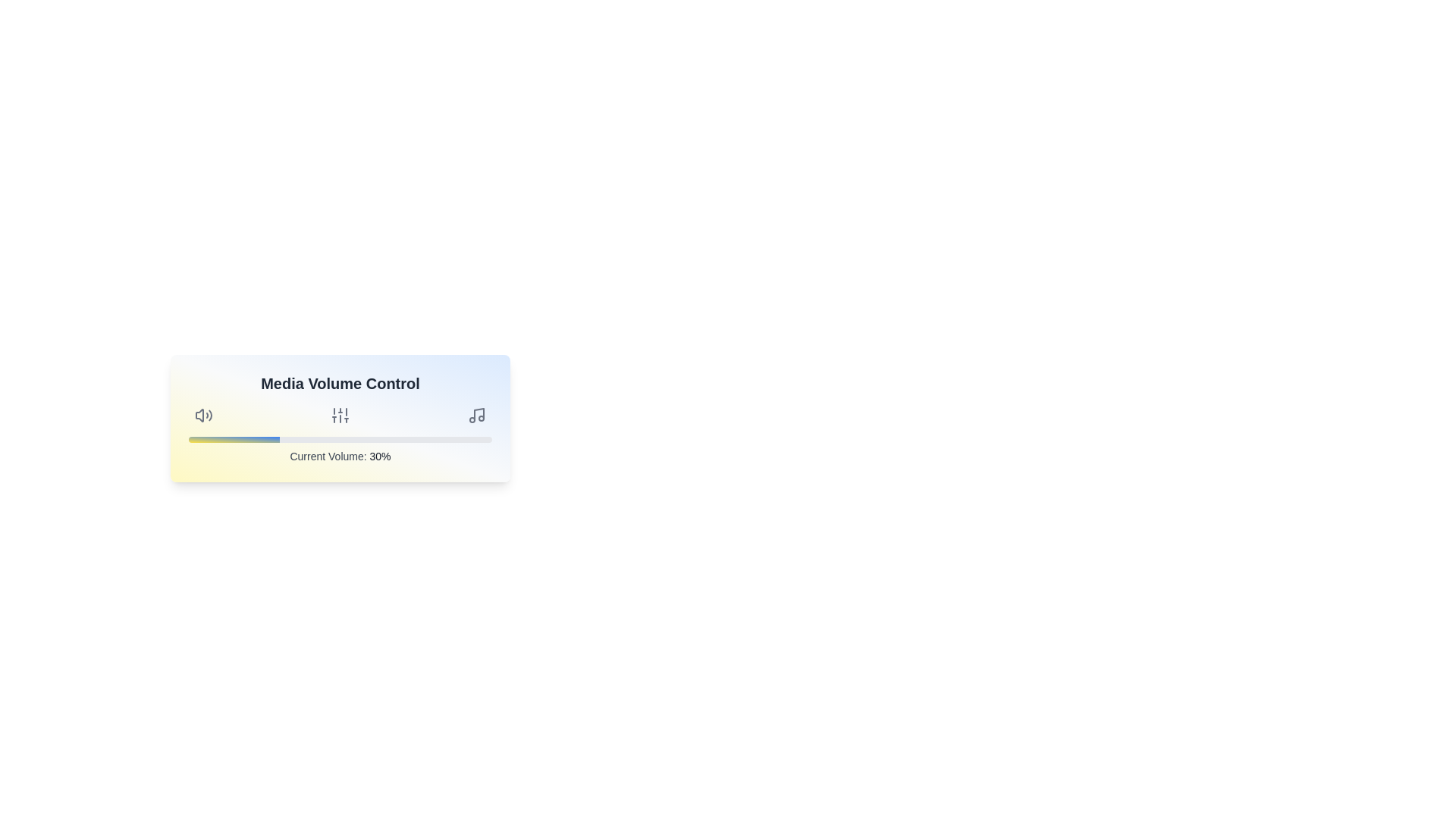 The width and height of the screenshot is (1456, 819). Describe the element at coordinates (395, 439) in the screenshot. I see `the volume` at that location.